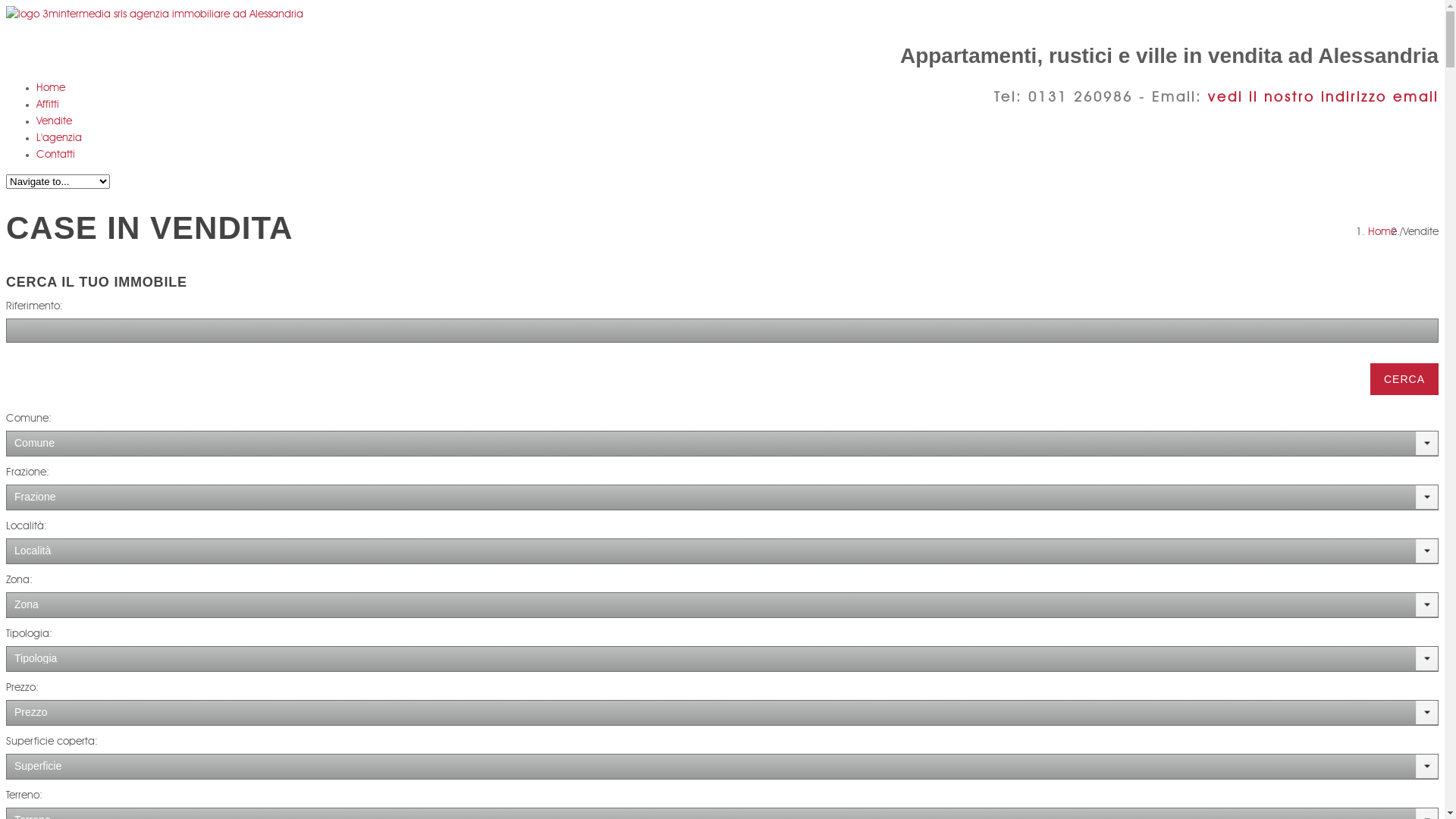 The image size is (1456, 819). What do you see at coordinates (58, 137) in the screenshot?
I see `'L'agenzia'` at bounding box center [58, 137].